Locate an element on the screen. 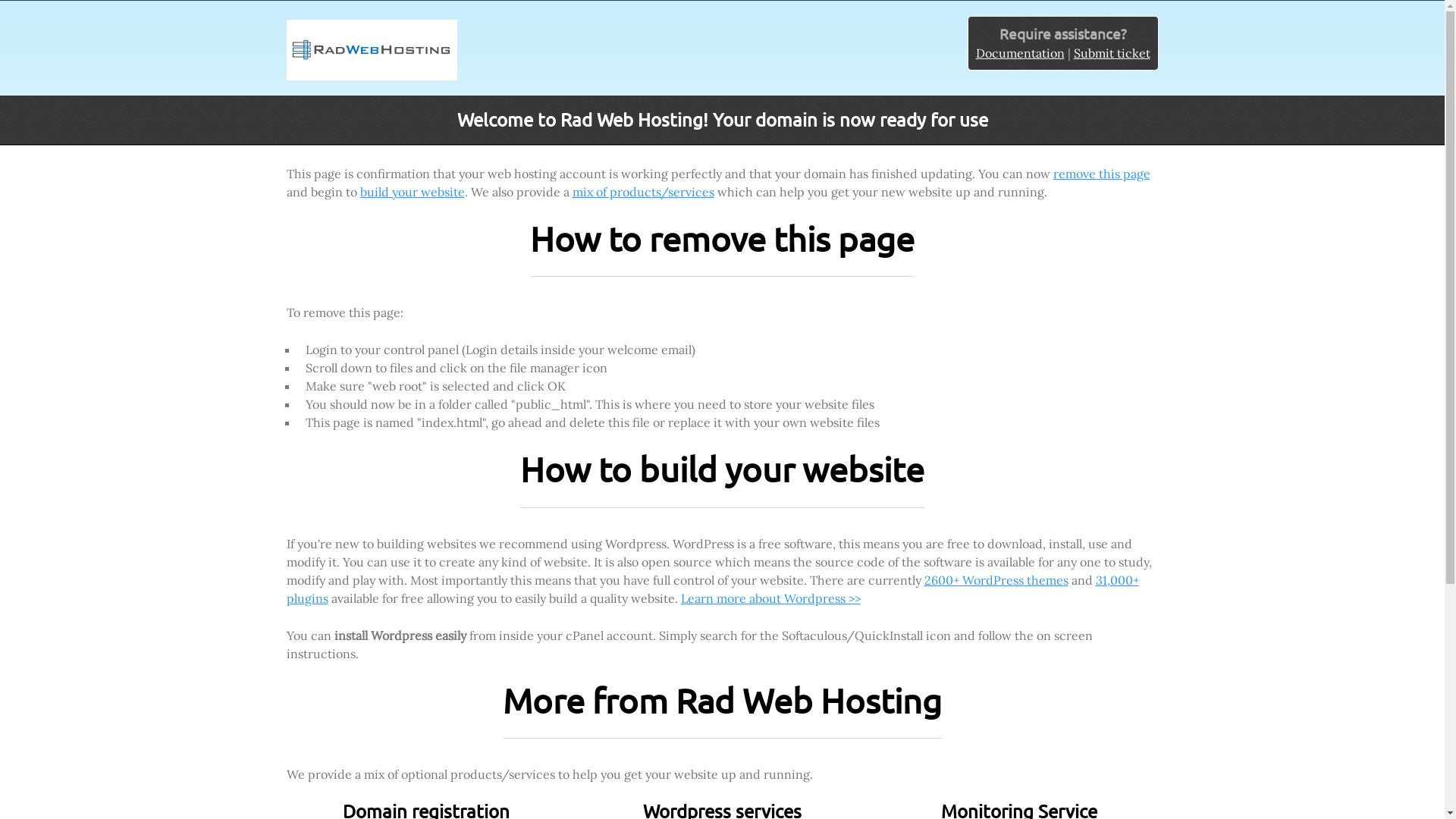 The height and width of the screenshot is (819, 1456). '2600+ WordPress themes' is located at coordinates (996, 579).